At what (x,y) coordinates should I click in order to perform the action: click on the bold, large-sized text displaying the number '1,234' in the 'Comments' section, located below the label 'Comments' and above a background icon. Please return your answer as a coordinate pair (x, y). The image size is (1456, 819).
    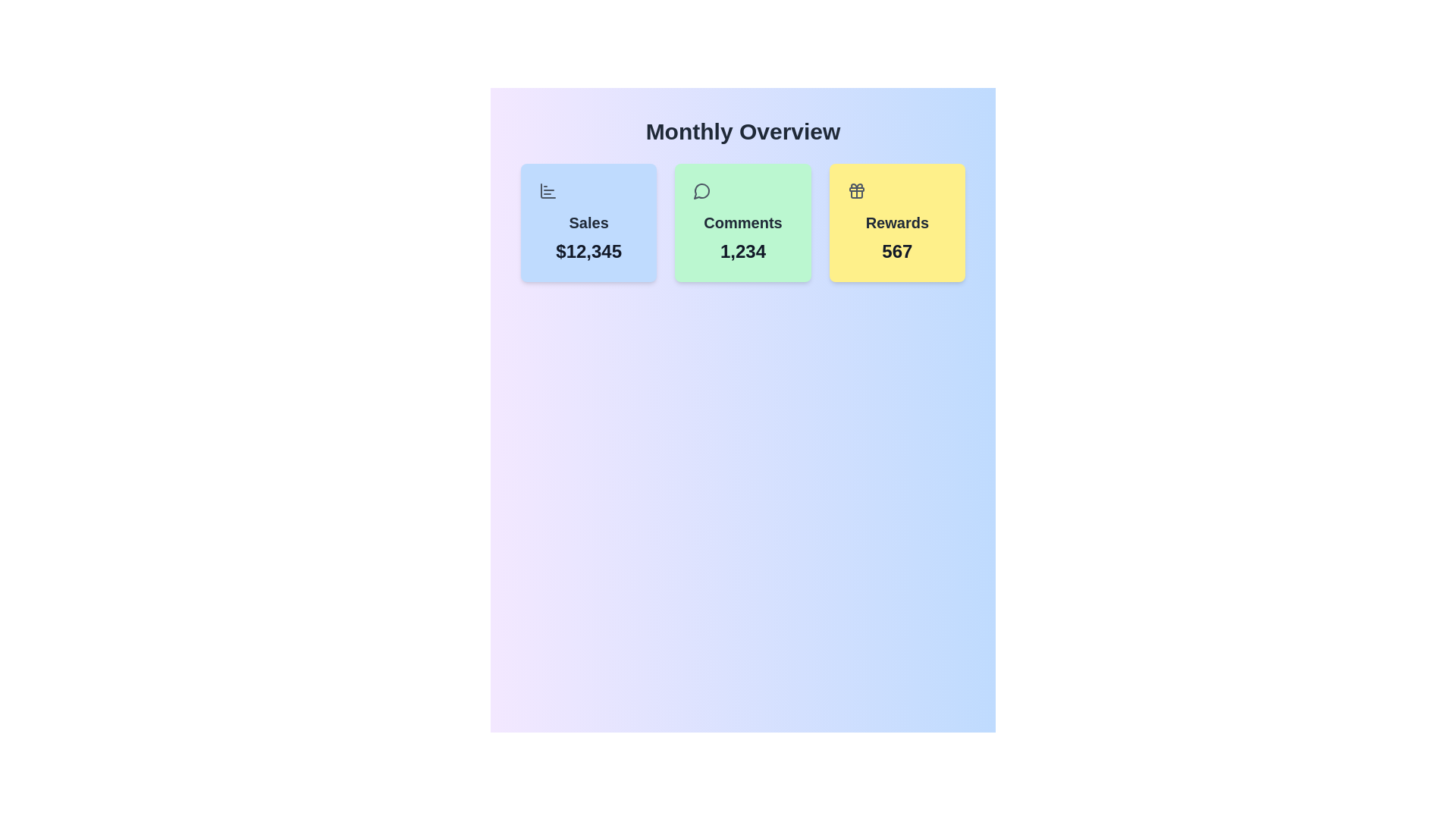
    Looking at the image, I should click on (742, 250).